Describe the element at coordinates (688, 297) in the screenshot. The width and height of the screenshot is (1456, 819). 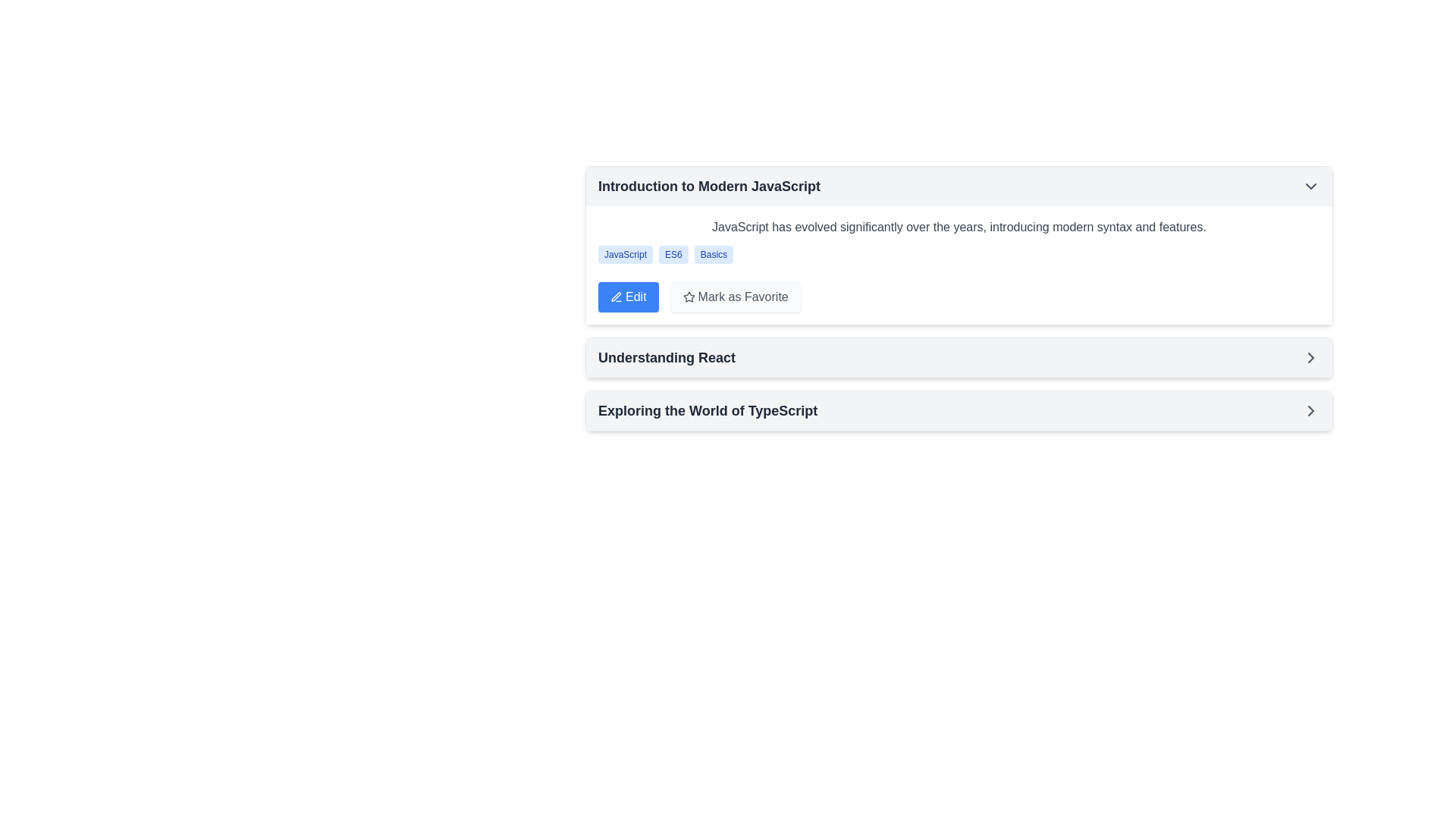
I see `the star icon located in the 'Introduction to Modern JavaScript' section to mark the item as a favorite` at that location.